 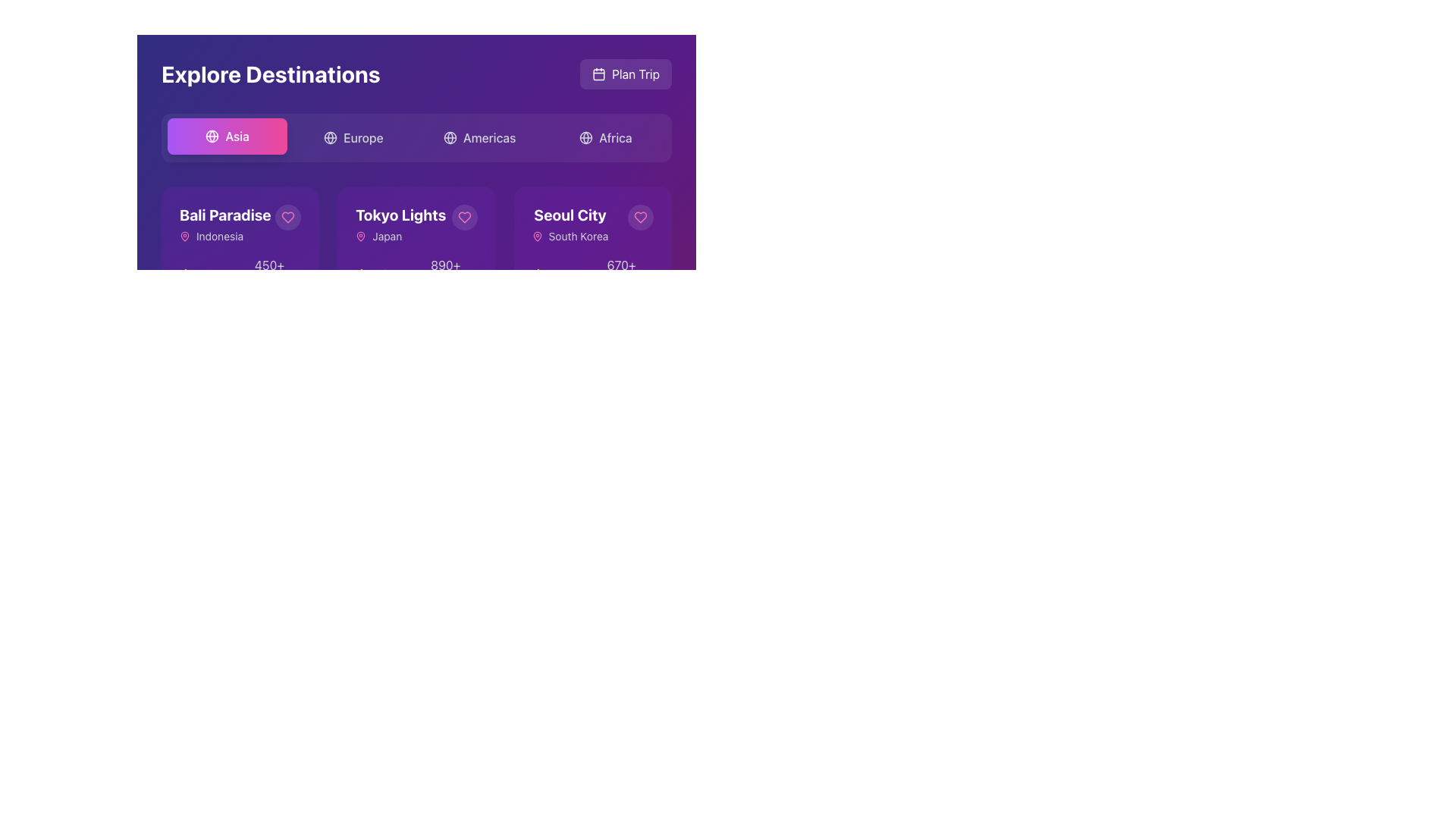 I want to click on the heart icon within the button on the 'Tokyo Lights' card to mark it as a favorite, so click(x=463, y=217).